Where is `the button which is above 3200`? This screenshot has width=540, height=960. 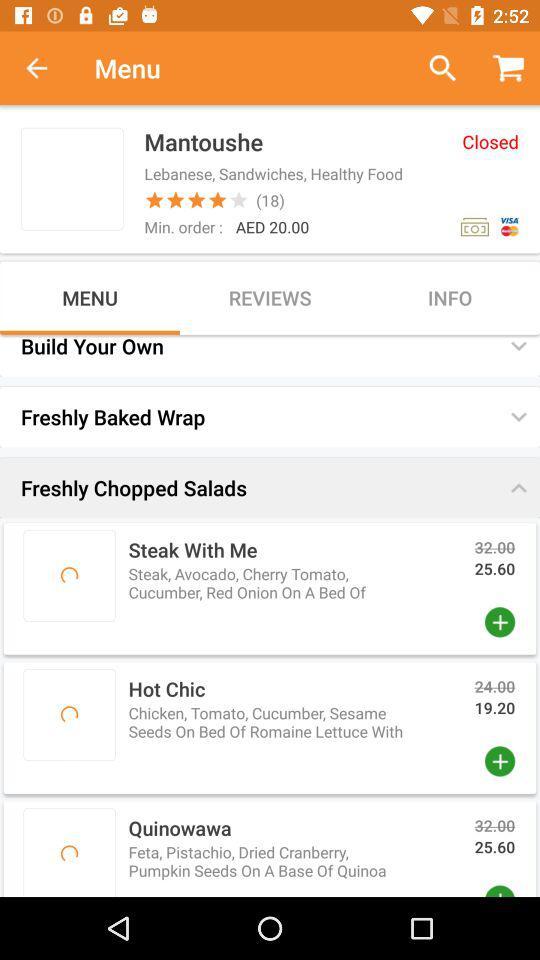 the button which is above 3200 is located at coordinates (518, 486).